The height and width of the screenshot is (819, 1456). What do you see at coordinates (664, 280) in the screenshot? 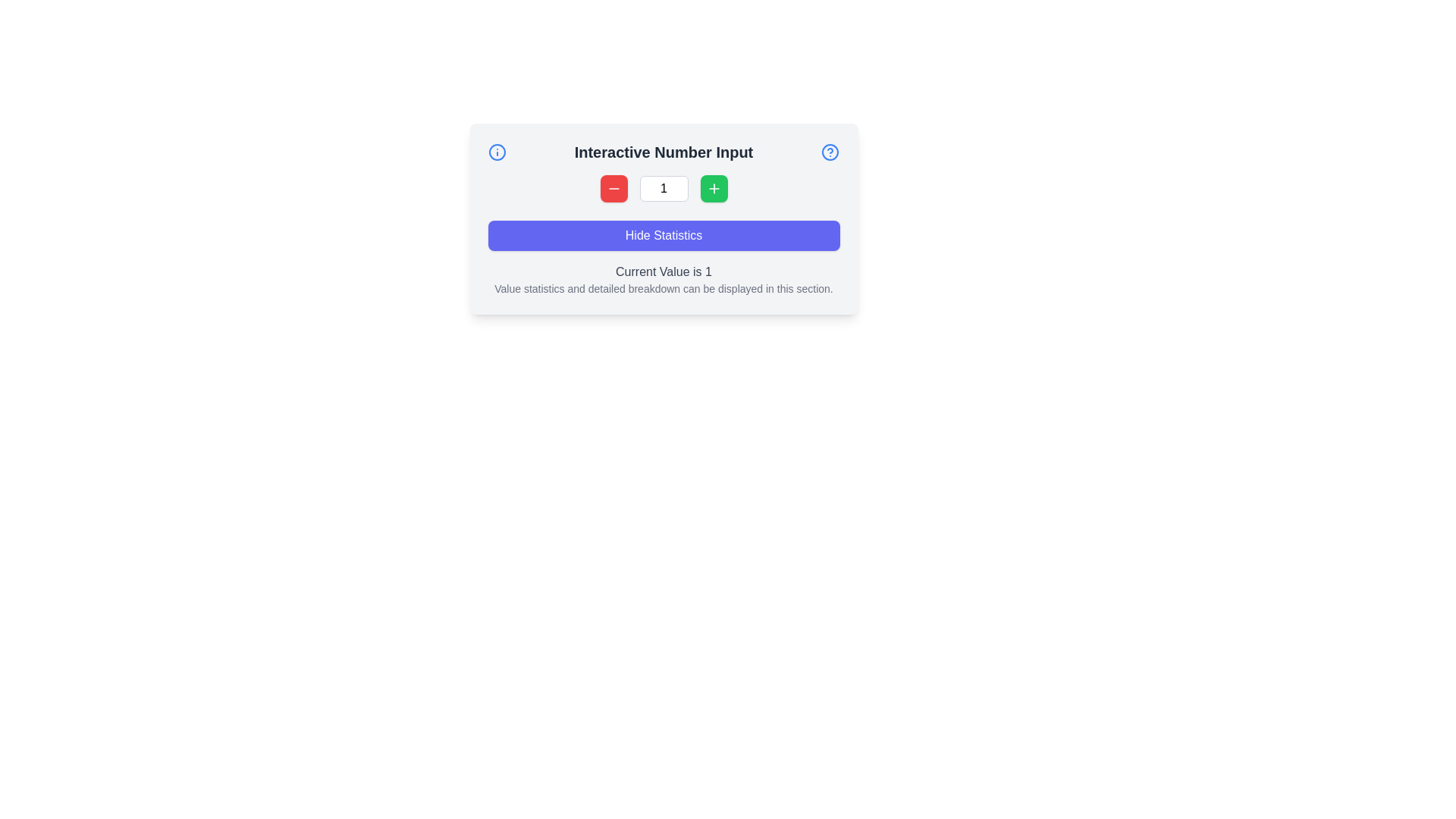
I see `the text block titled 'Current Value is 1', which contains the descriptive message 'Value statistics and detailed breakdown can be displayed in this section.' This text block is located within the 'Interactive Number Input' section, beneath the 'Hide Statistics' button` at bounding box center [664, 280].